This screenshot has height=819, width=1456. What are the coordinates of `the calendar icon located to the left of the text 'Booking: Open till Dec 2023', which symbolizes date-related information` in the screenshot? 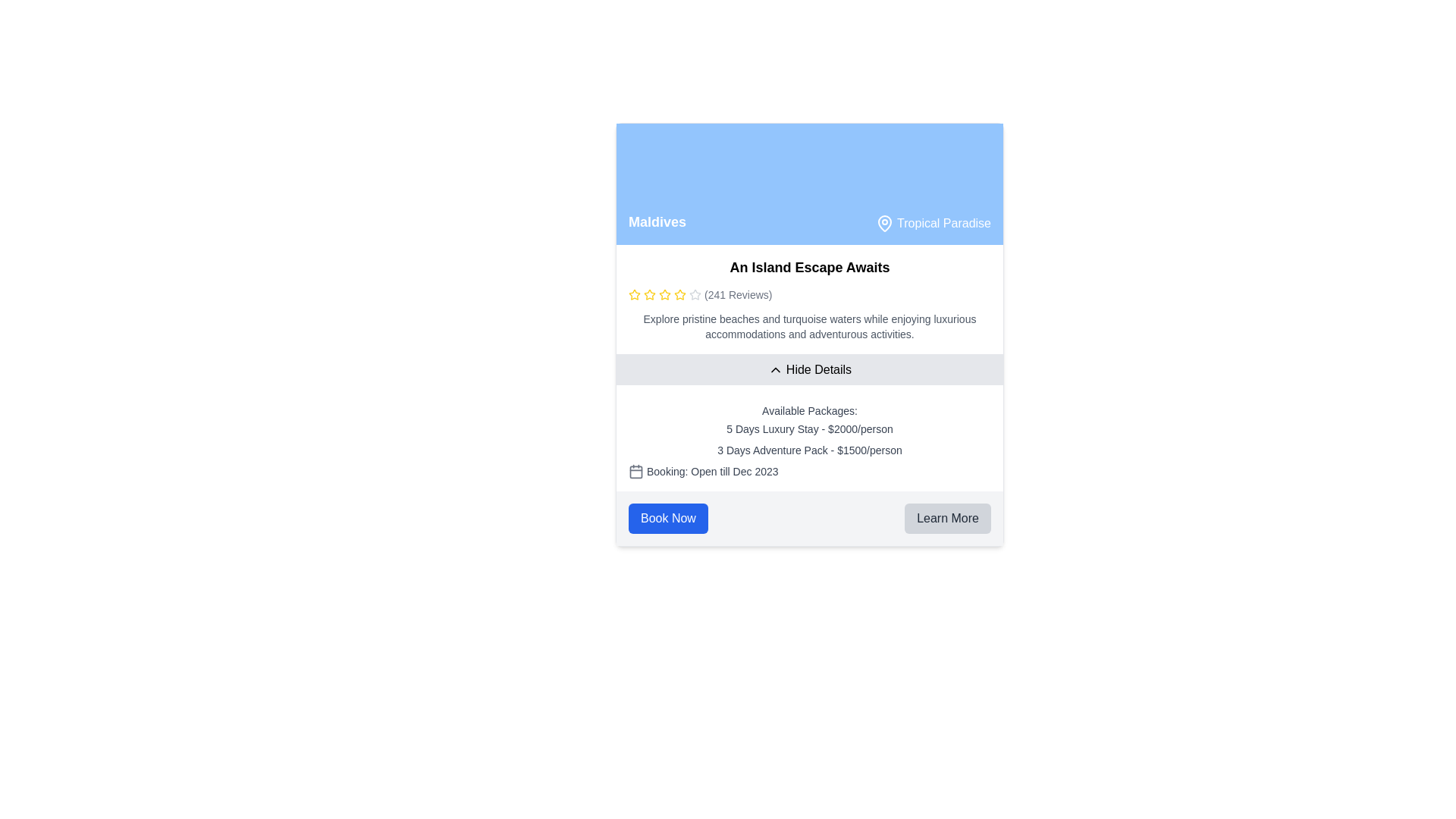 It's located at (636, 470).